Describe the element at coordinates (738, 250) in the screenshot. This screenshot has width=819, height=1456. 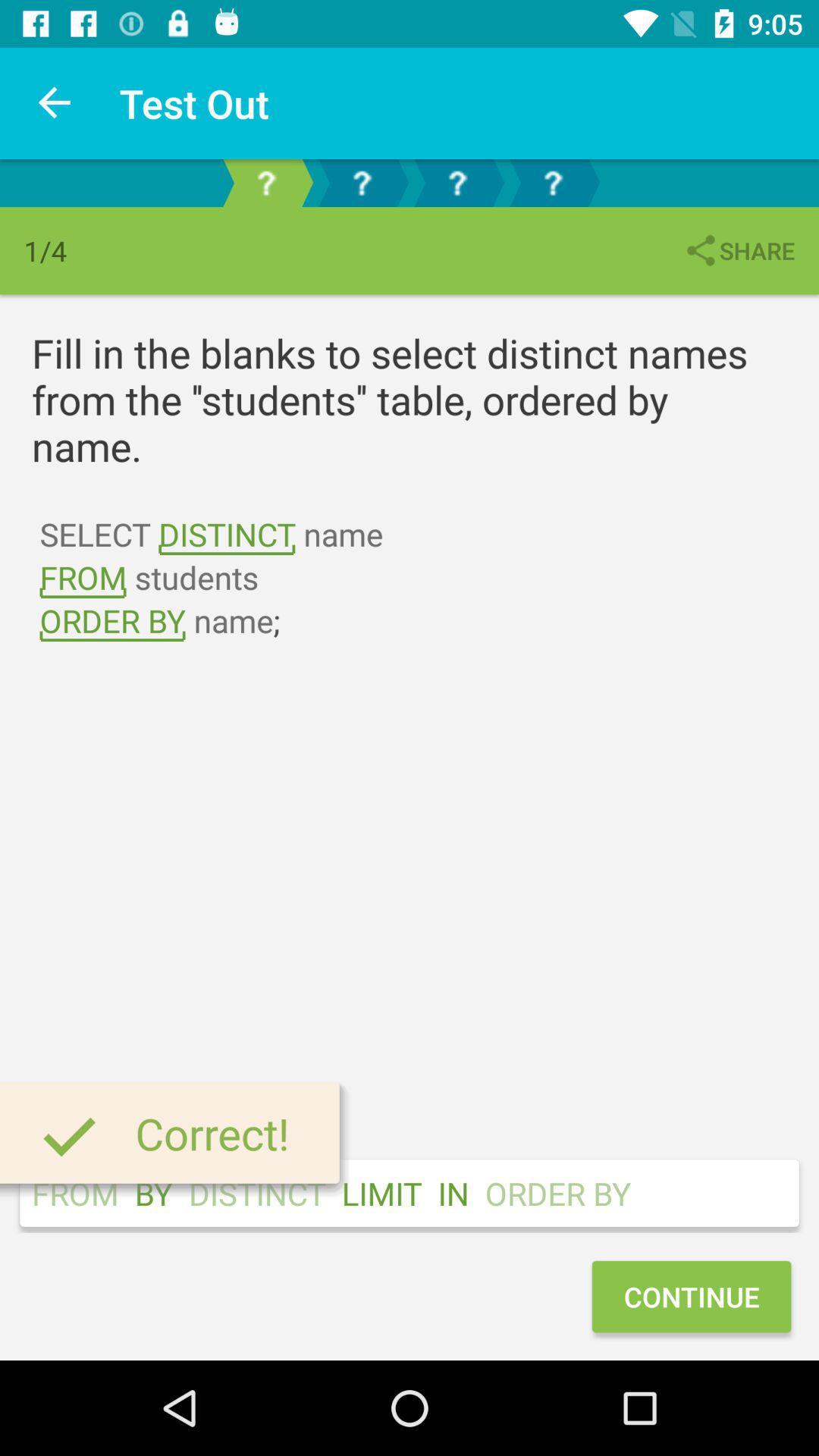
I see `the item above fill in the item` at that location.